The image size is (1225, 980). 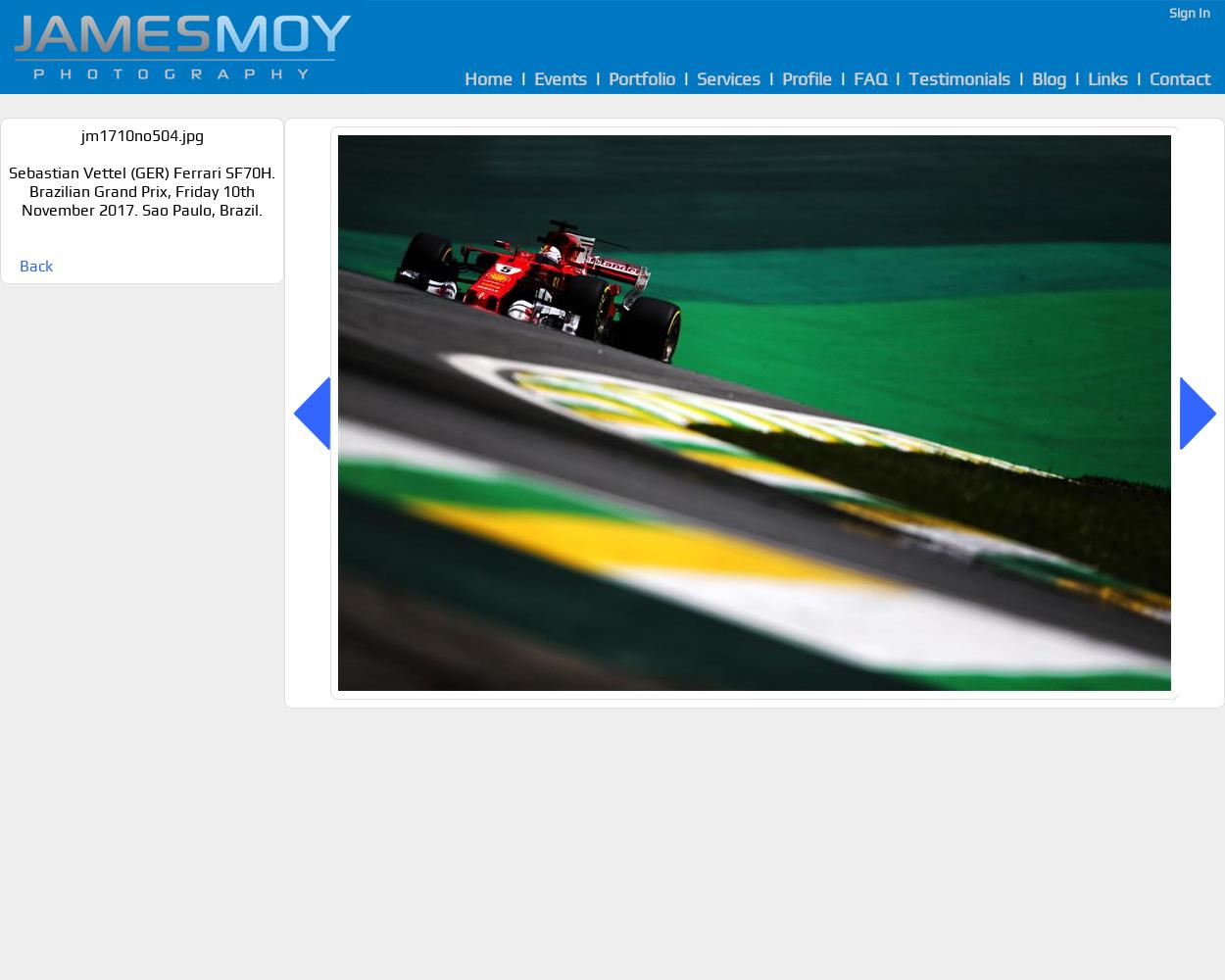 I want to click on 'Profile', so click(x=782, y=77).